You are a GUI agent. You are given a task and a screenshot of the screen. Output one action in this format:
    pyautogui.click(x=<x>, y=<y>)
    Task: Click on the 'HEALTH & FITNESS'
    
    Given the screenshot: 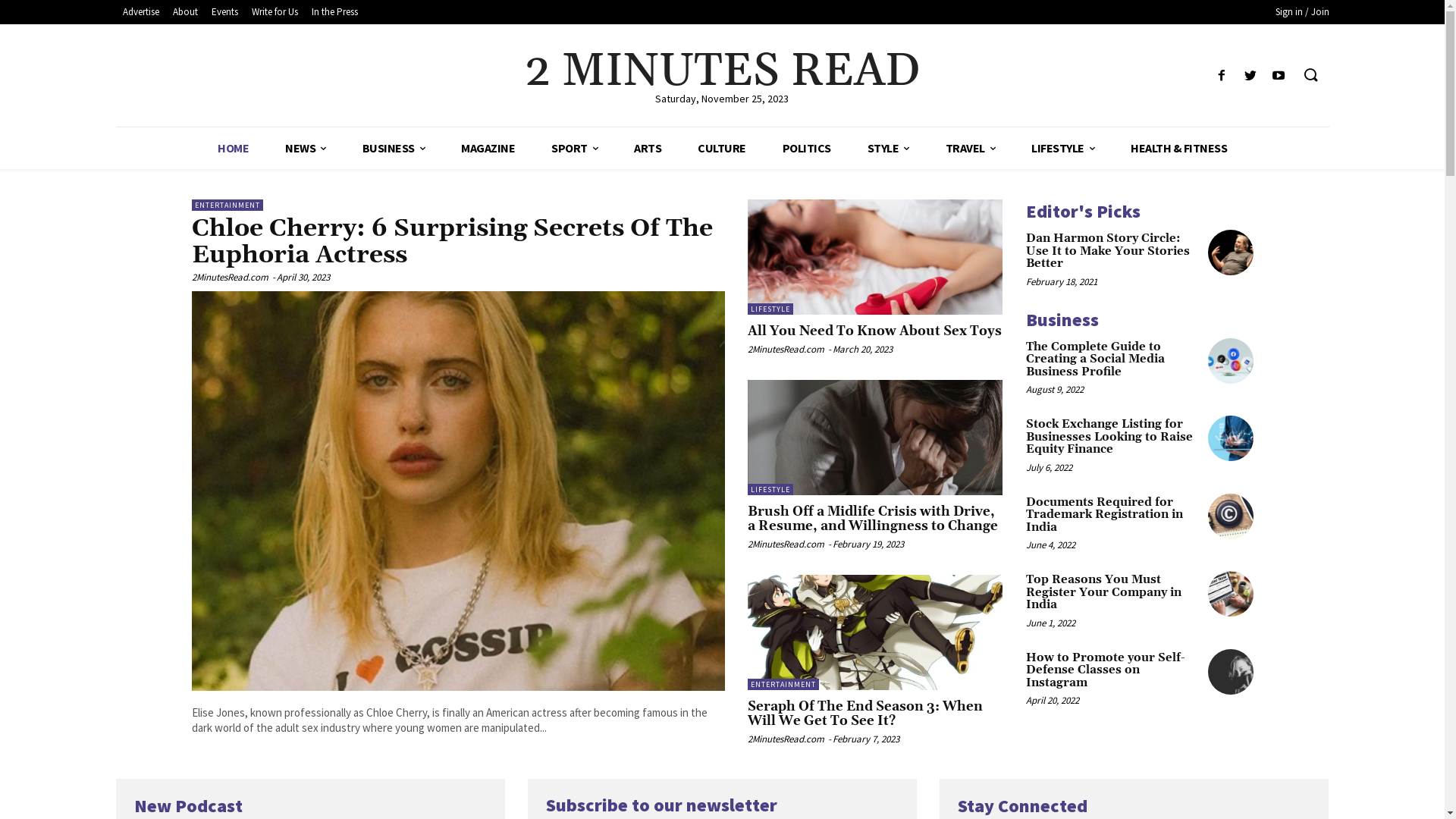 What is the action you would take?
    pyautogui.click(x=1178, y=148)
    